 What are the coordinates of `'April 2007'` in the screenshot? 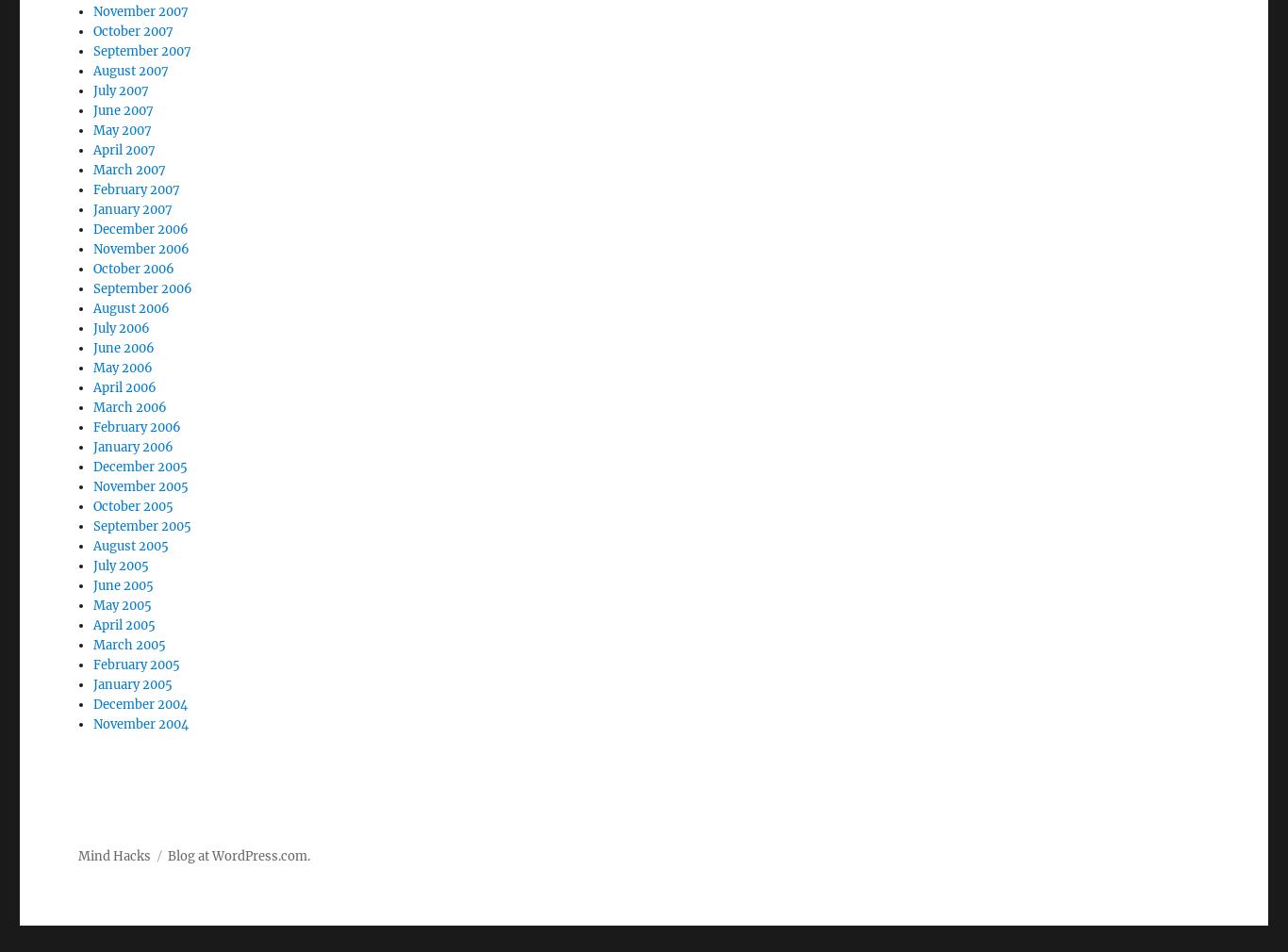 It's located at (93, 97).